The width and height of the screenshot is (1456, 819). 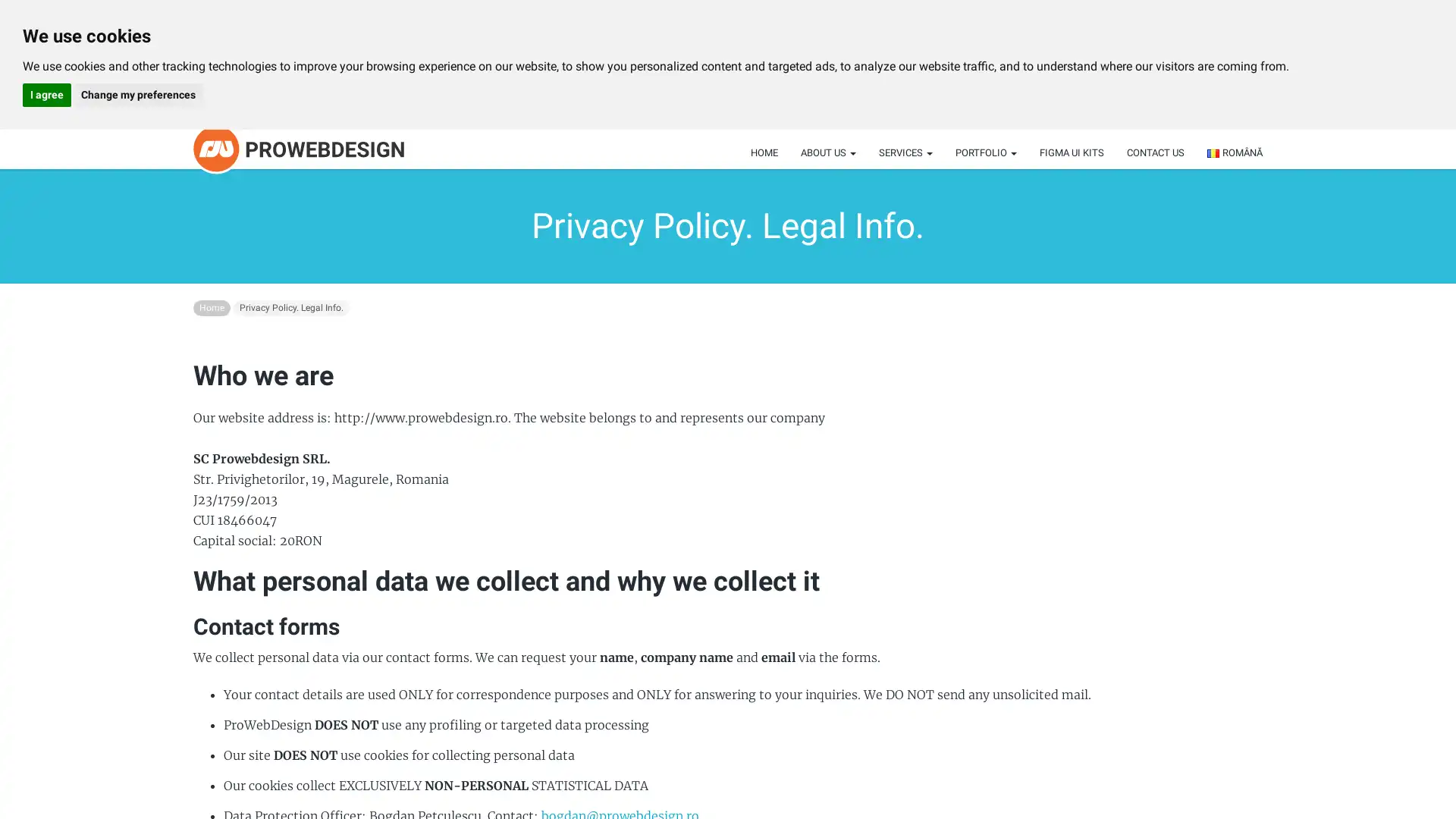 I want to click on Change my preferences, so click(x=137, y=95).